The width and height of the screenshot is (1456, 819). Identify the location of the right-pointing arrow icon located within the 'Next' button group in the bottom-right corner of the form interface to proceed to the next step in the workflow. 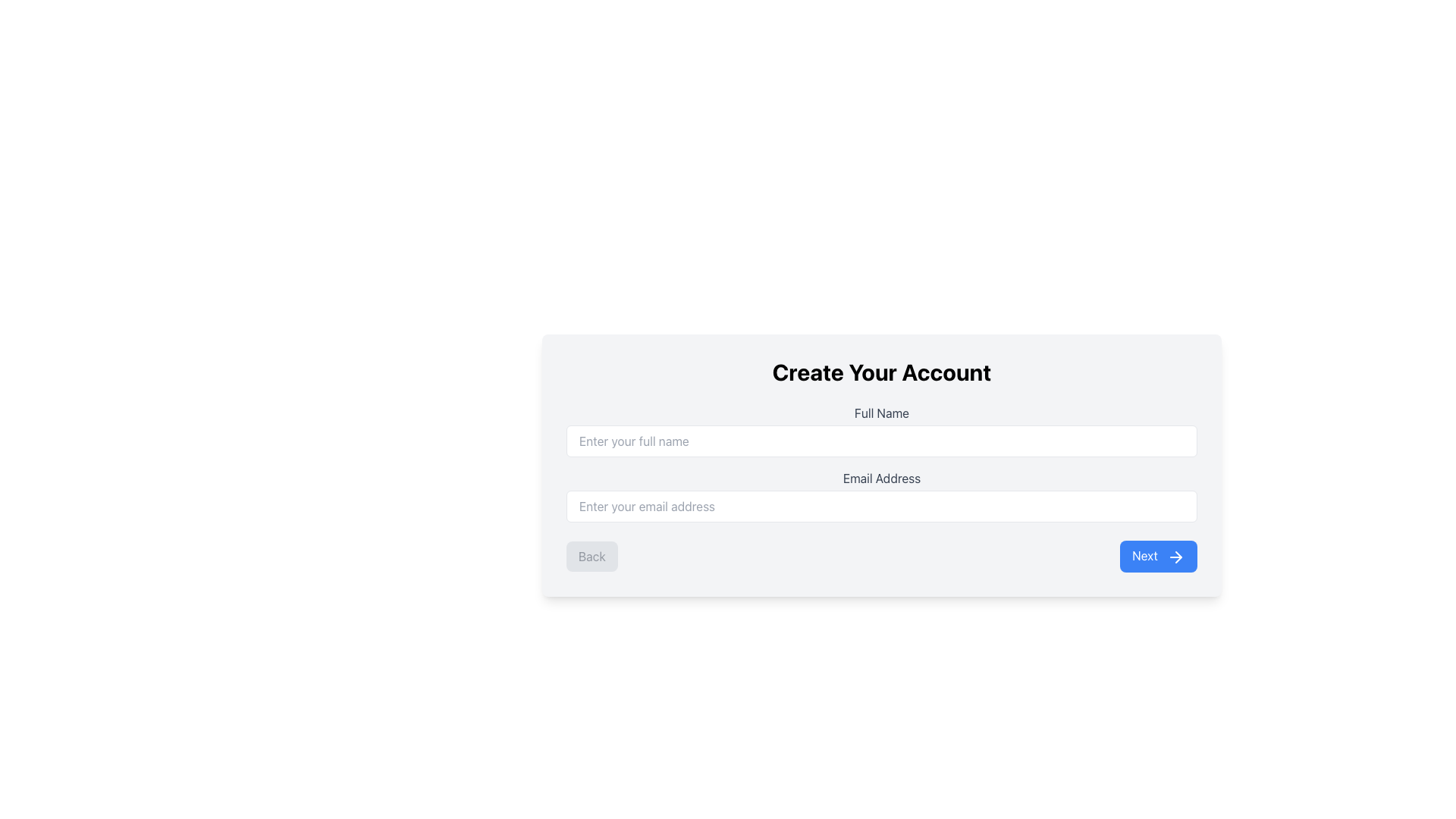
(1178, 557).